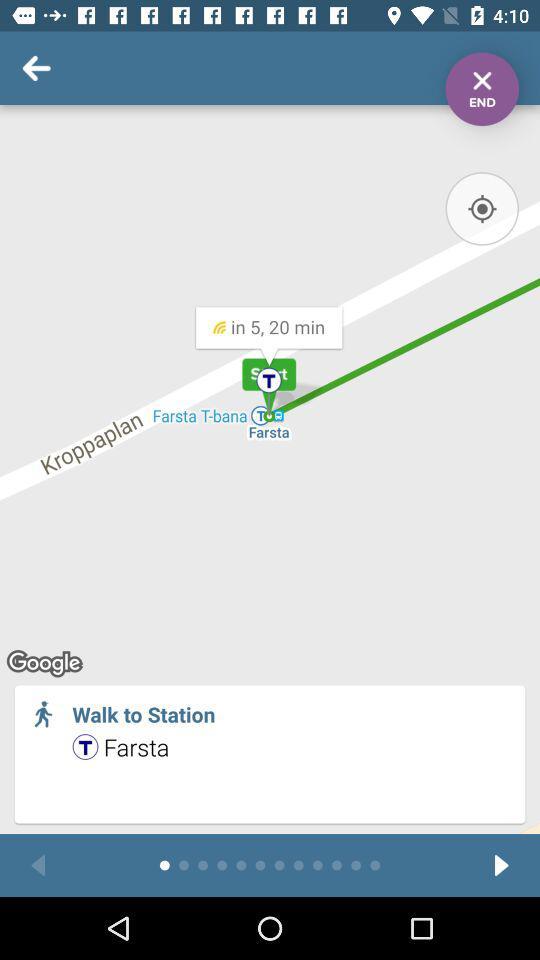 The image size is (540, 960). I want to click on previous, so click(38, 864).